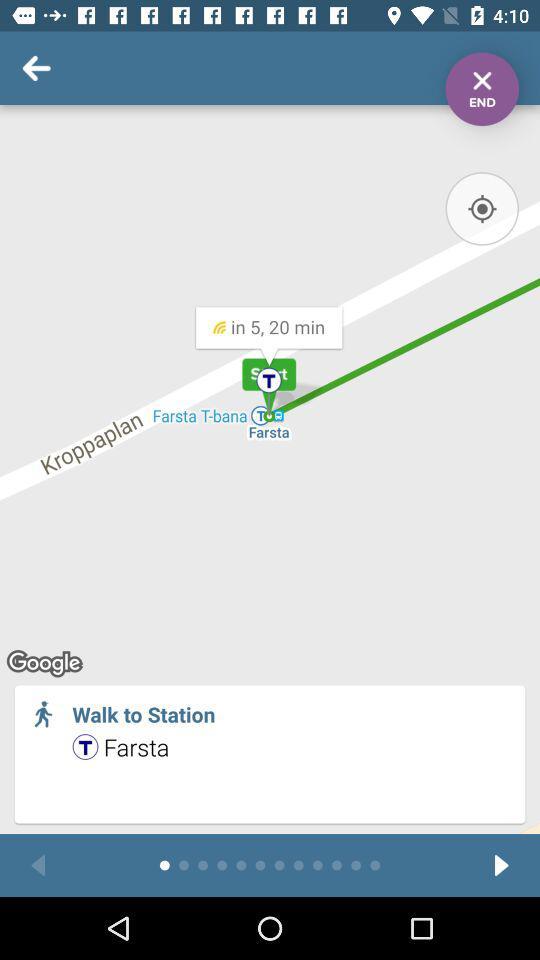 The image size is (540, 960). I want to click on previous, so click(38, 864).